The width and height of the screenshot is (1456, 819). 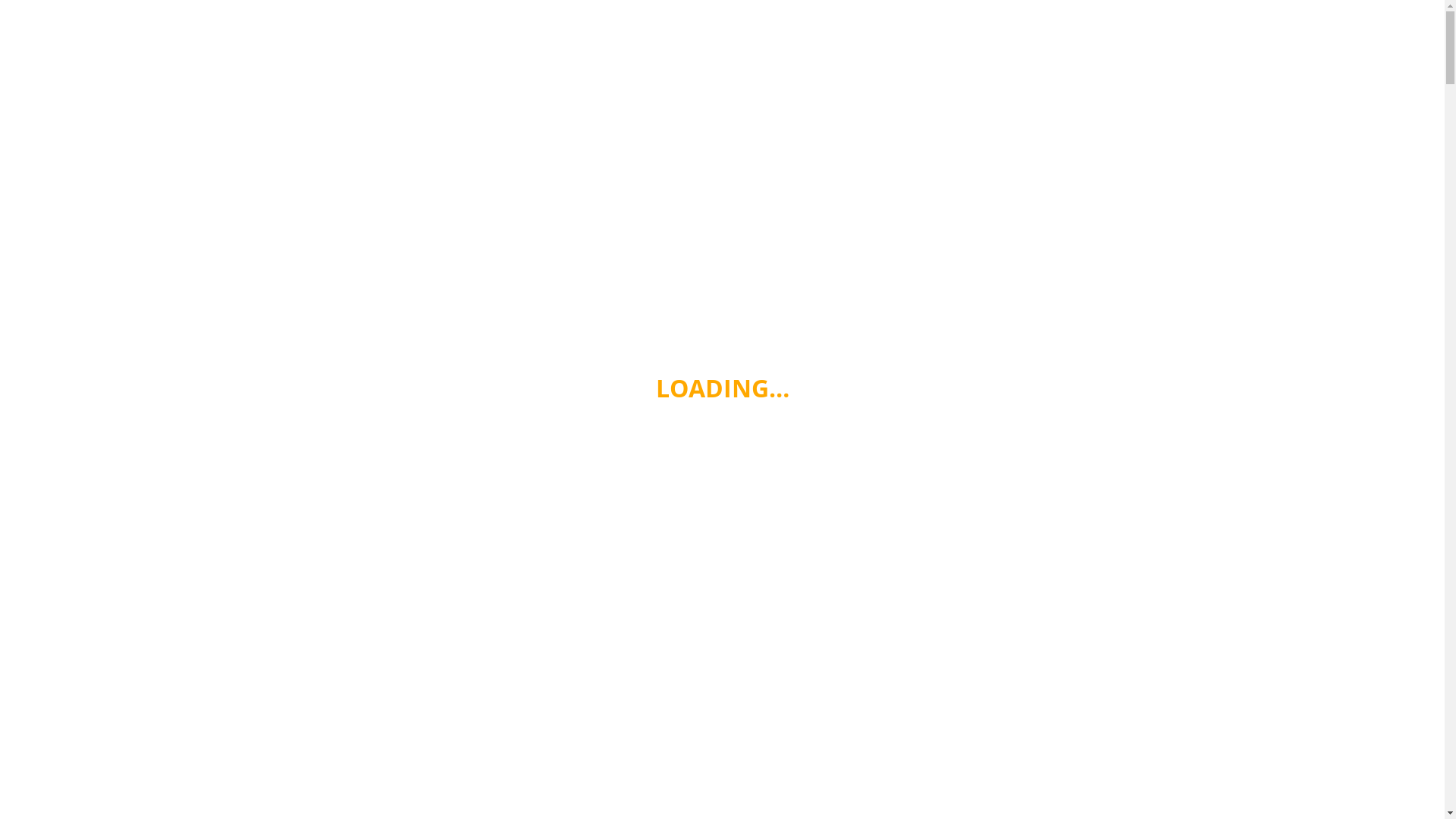 I want to click on 'COOKING', so click(x=964, y=20).